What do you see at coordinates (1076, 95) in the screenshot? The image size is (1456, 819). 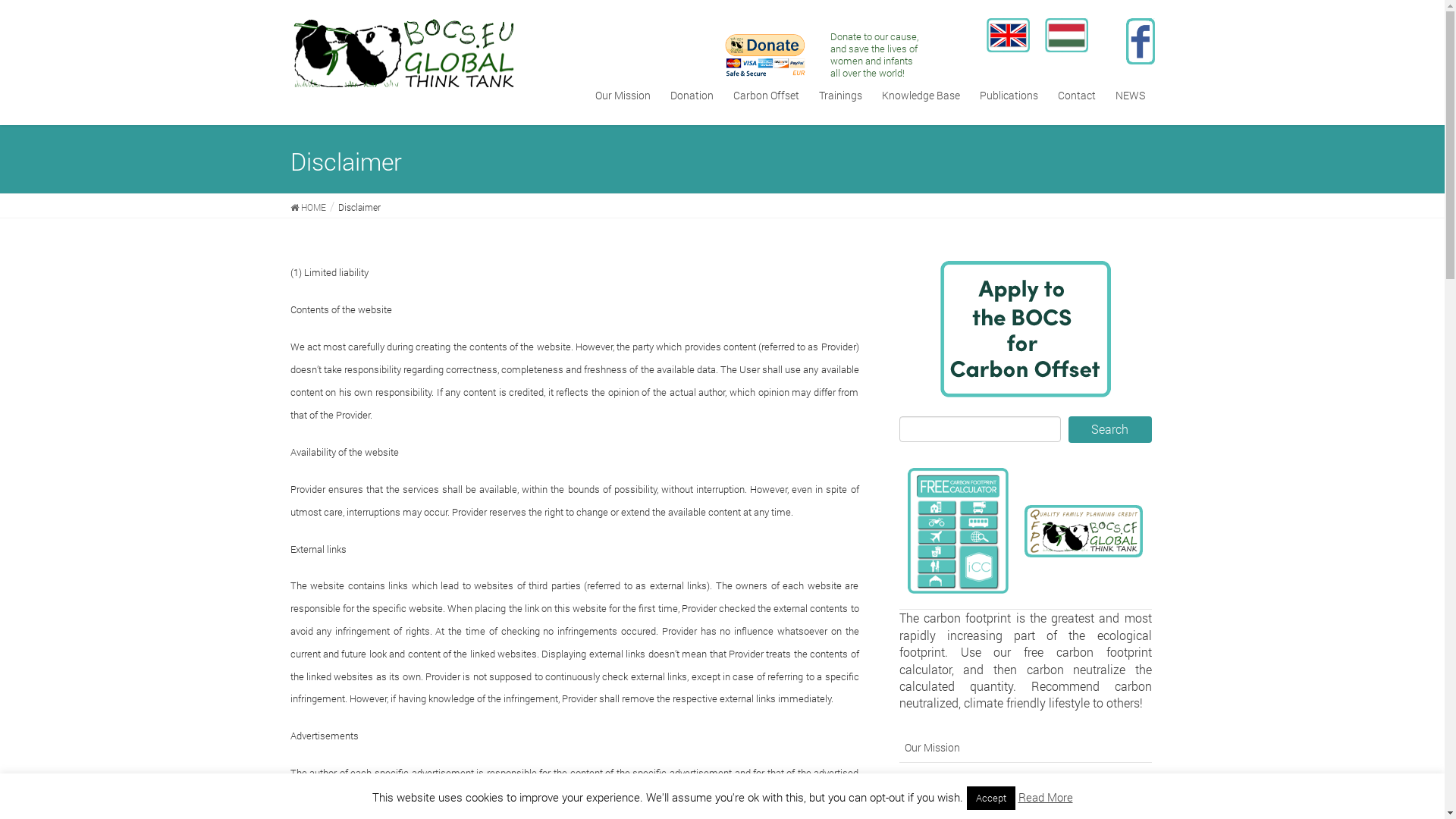 I see `'Contact'` at bounding box center [1076, 95].